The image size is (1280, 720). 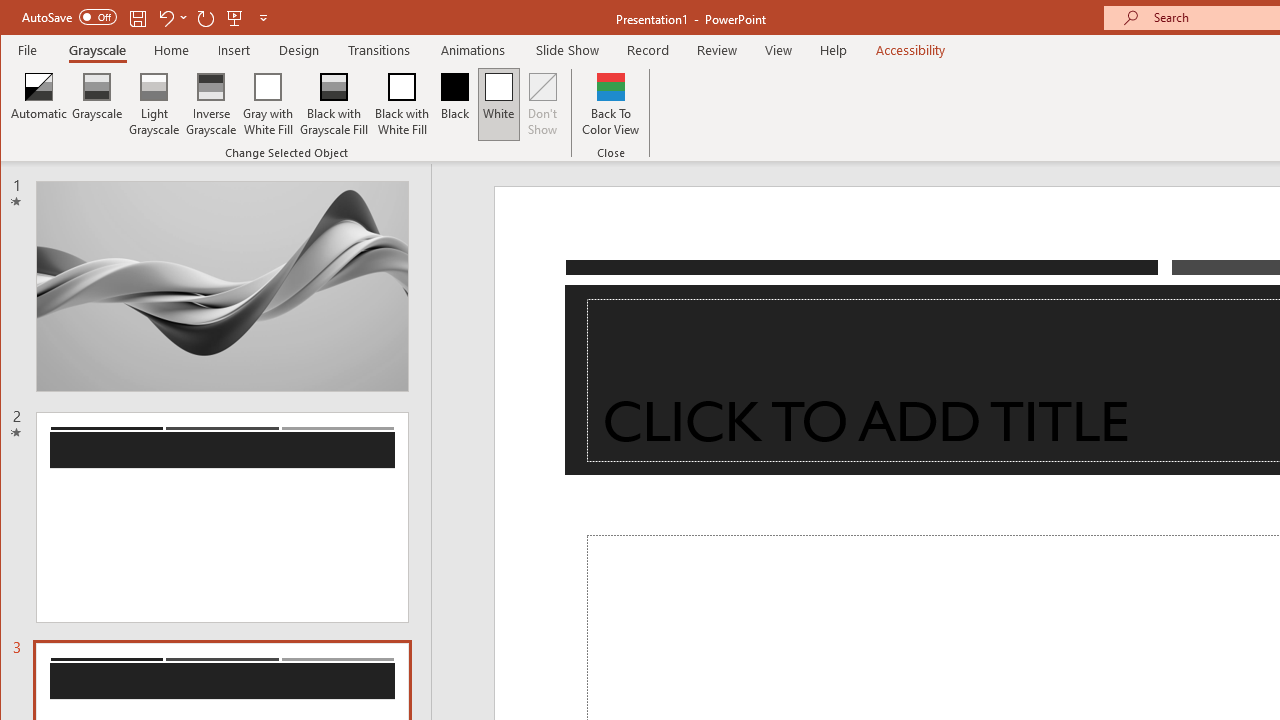 What do you see at coordinates (610, 104) in the screenshot?
I see `'Back To Color View'` at bounding box center [610, 104].